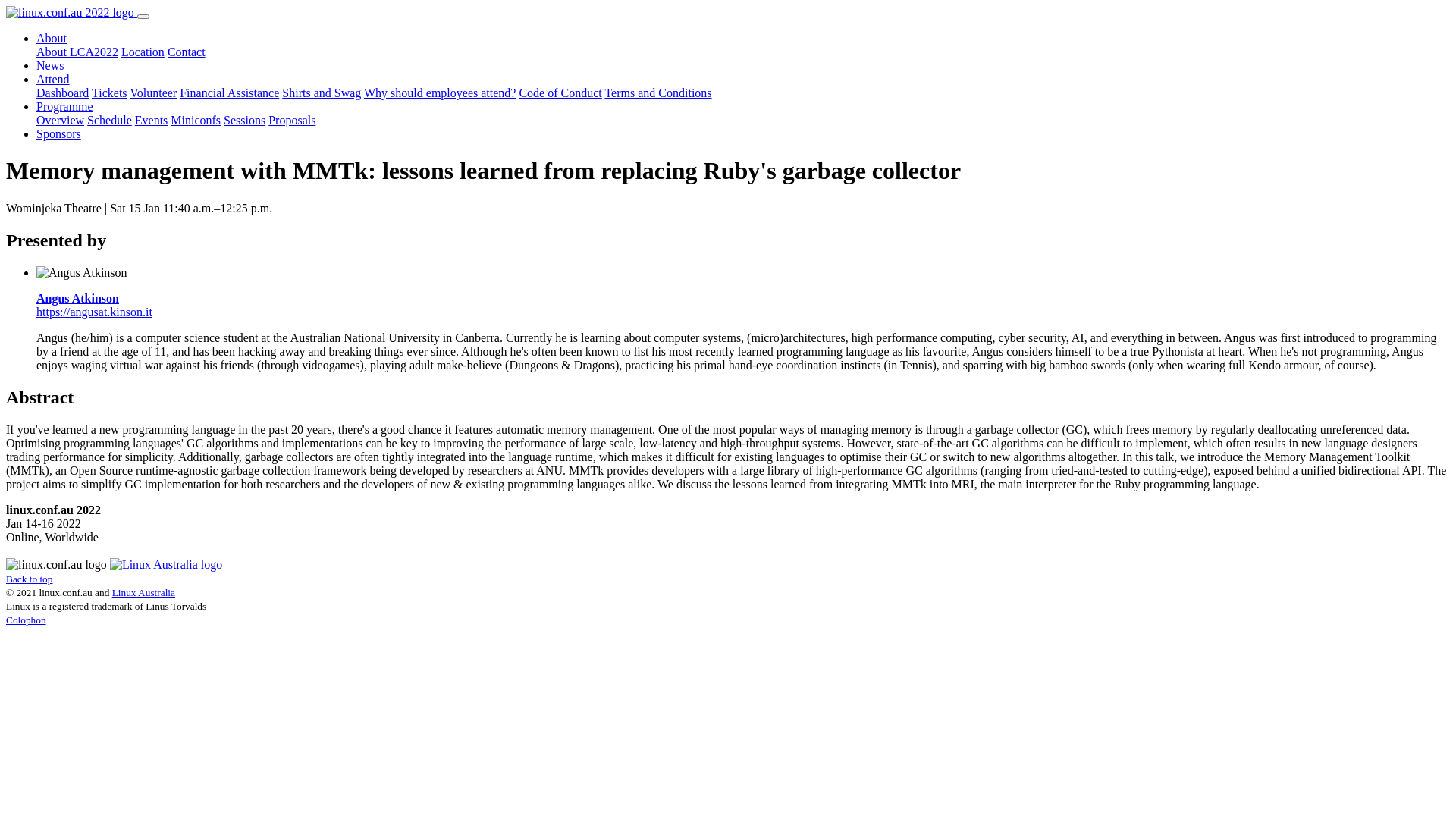 This screenshot has height=819, width=1456. I want to click on 'News', so click(36, 64).